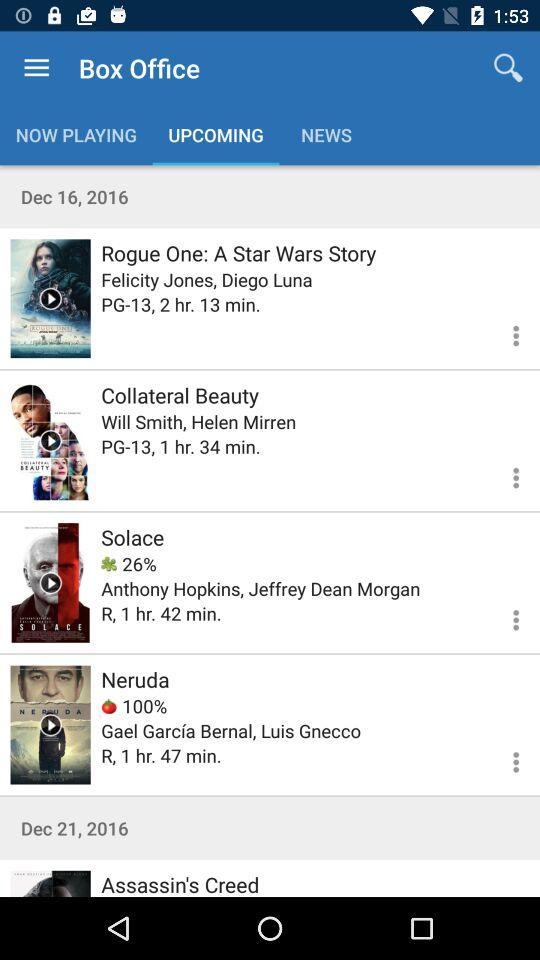  I want to click on item below rogue one a, so click(205, 278).